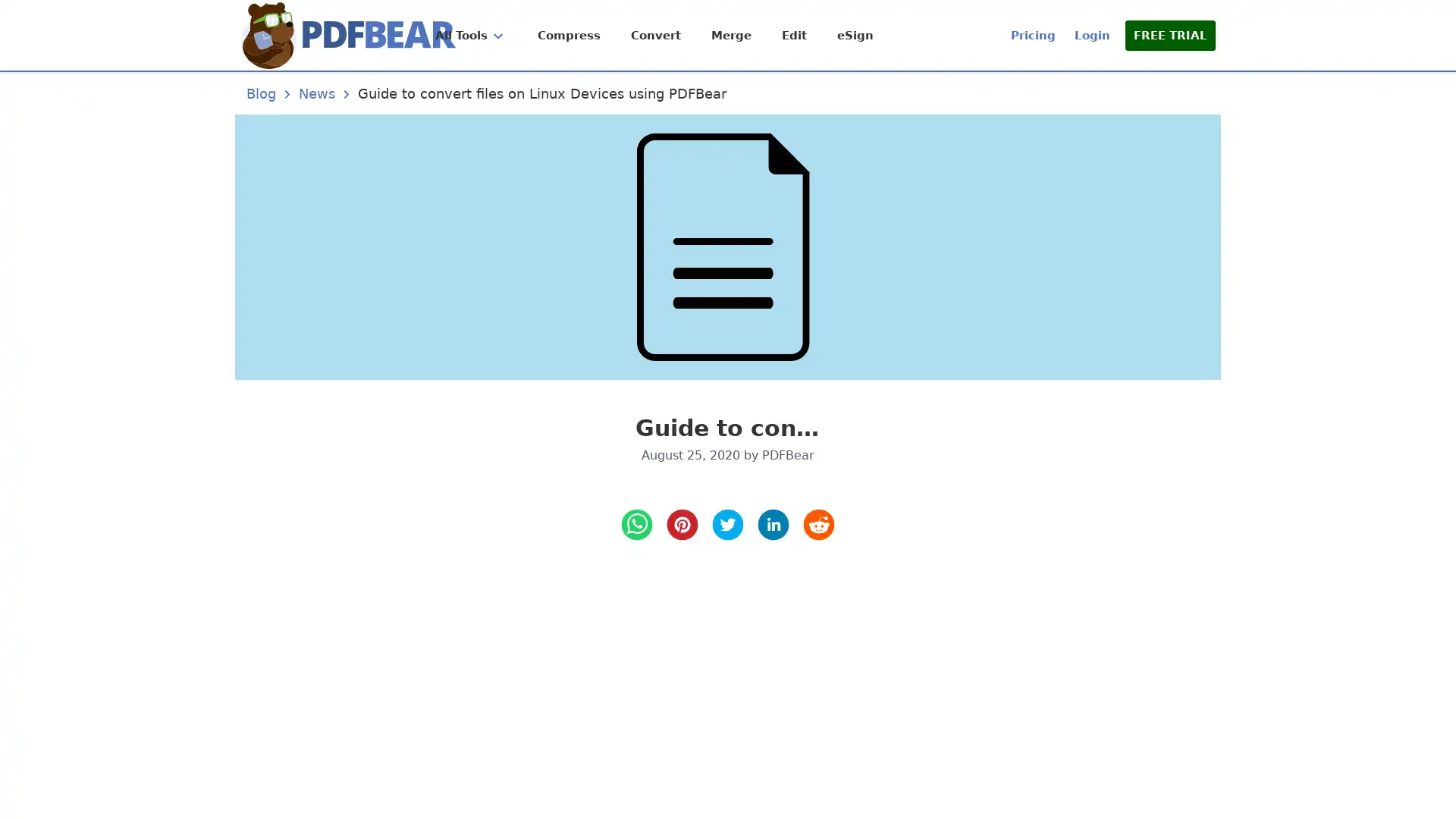  What do you see at coordinates (773, 523) in the screenshot?
I see `linkedin` at bounding box center [773, 523].